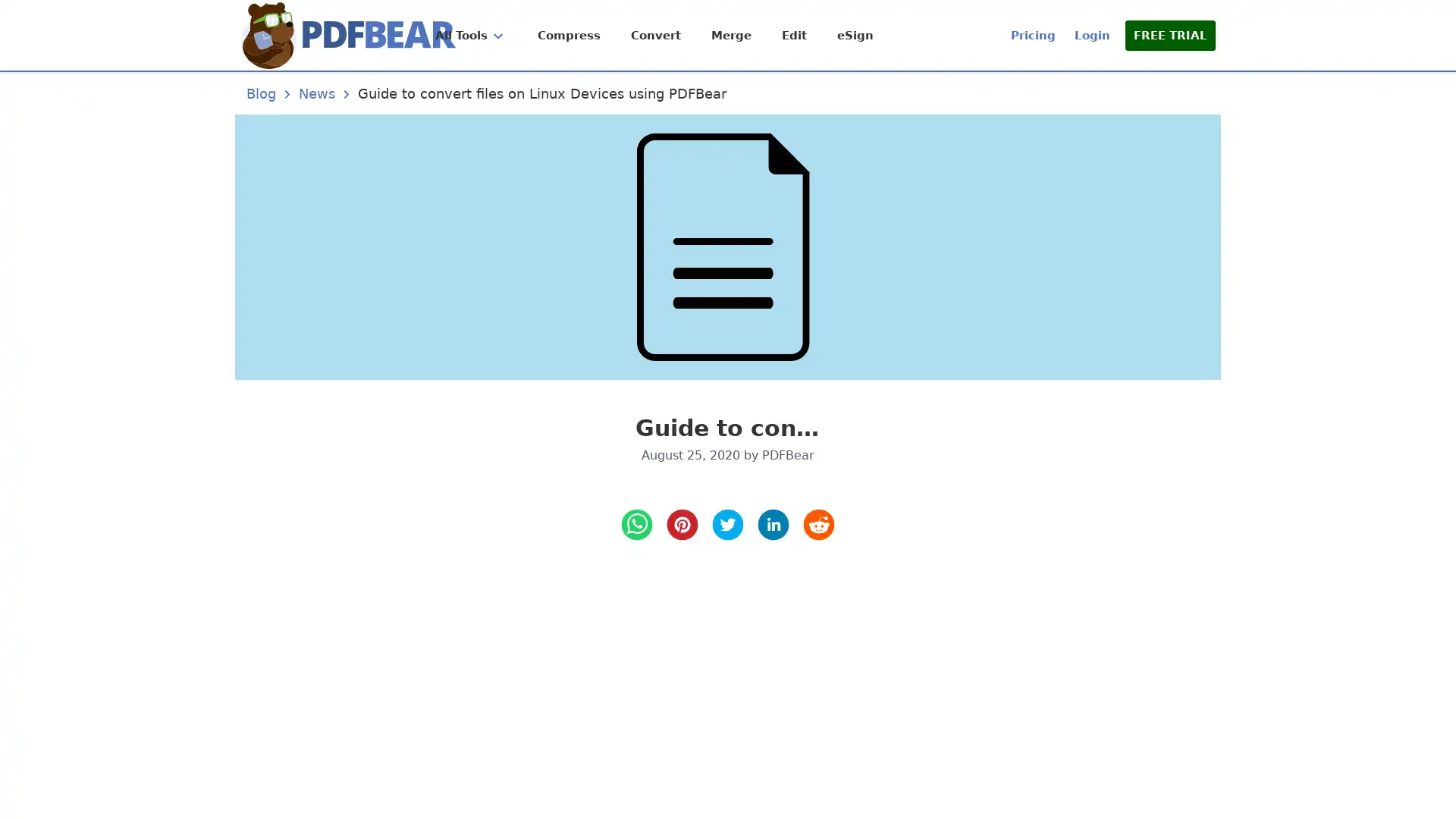  What do you see at coordinates (773, 523) in the screenshot?
I see `linkedin` at bounding box center [773, 523].